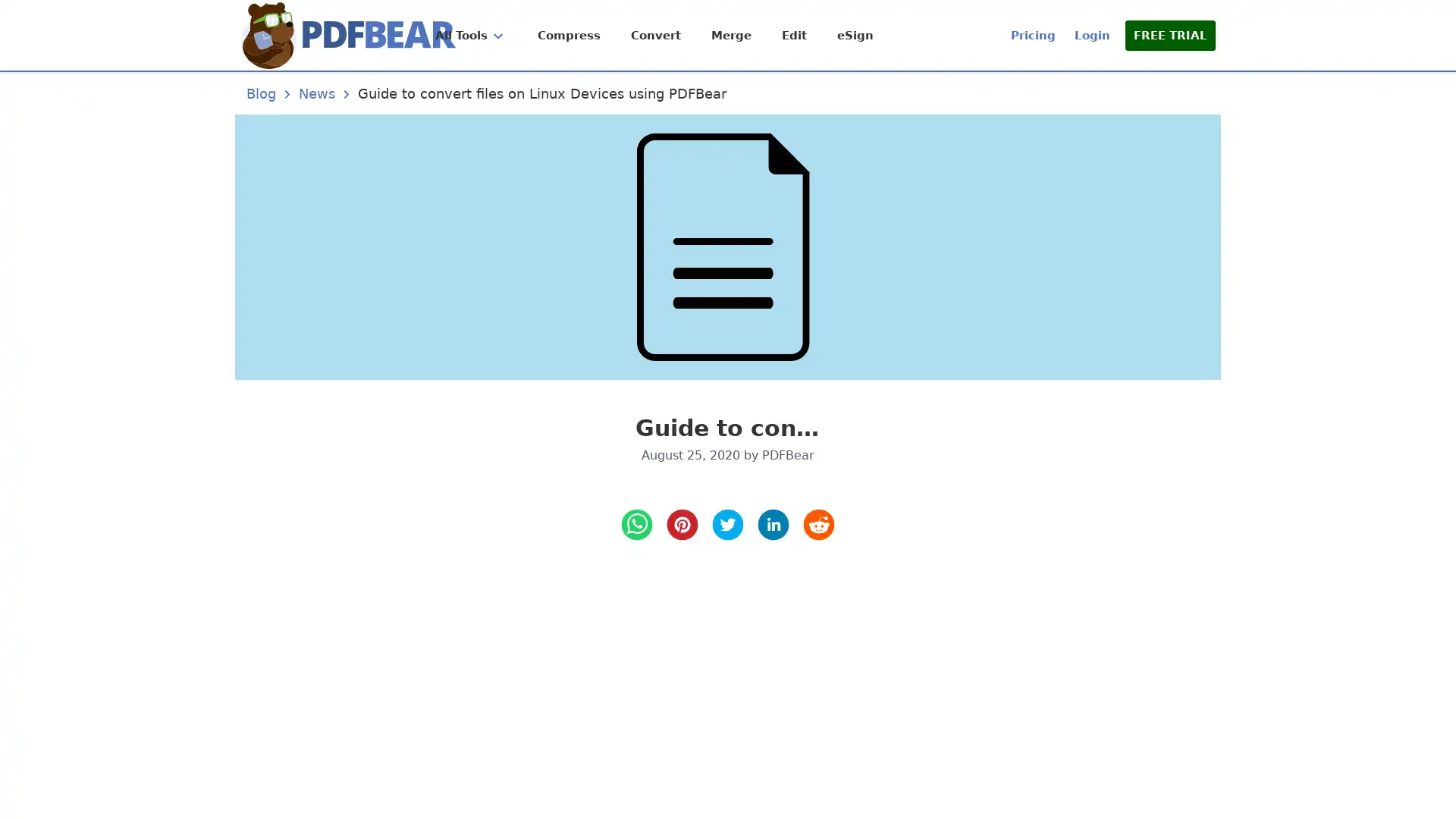  What do you see at coordinates (773, 523) in the screenshot?
I see `linkedin` at bounding box center [773, 523].